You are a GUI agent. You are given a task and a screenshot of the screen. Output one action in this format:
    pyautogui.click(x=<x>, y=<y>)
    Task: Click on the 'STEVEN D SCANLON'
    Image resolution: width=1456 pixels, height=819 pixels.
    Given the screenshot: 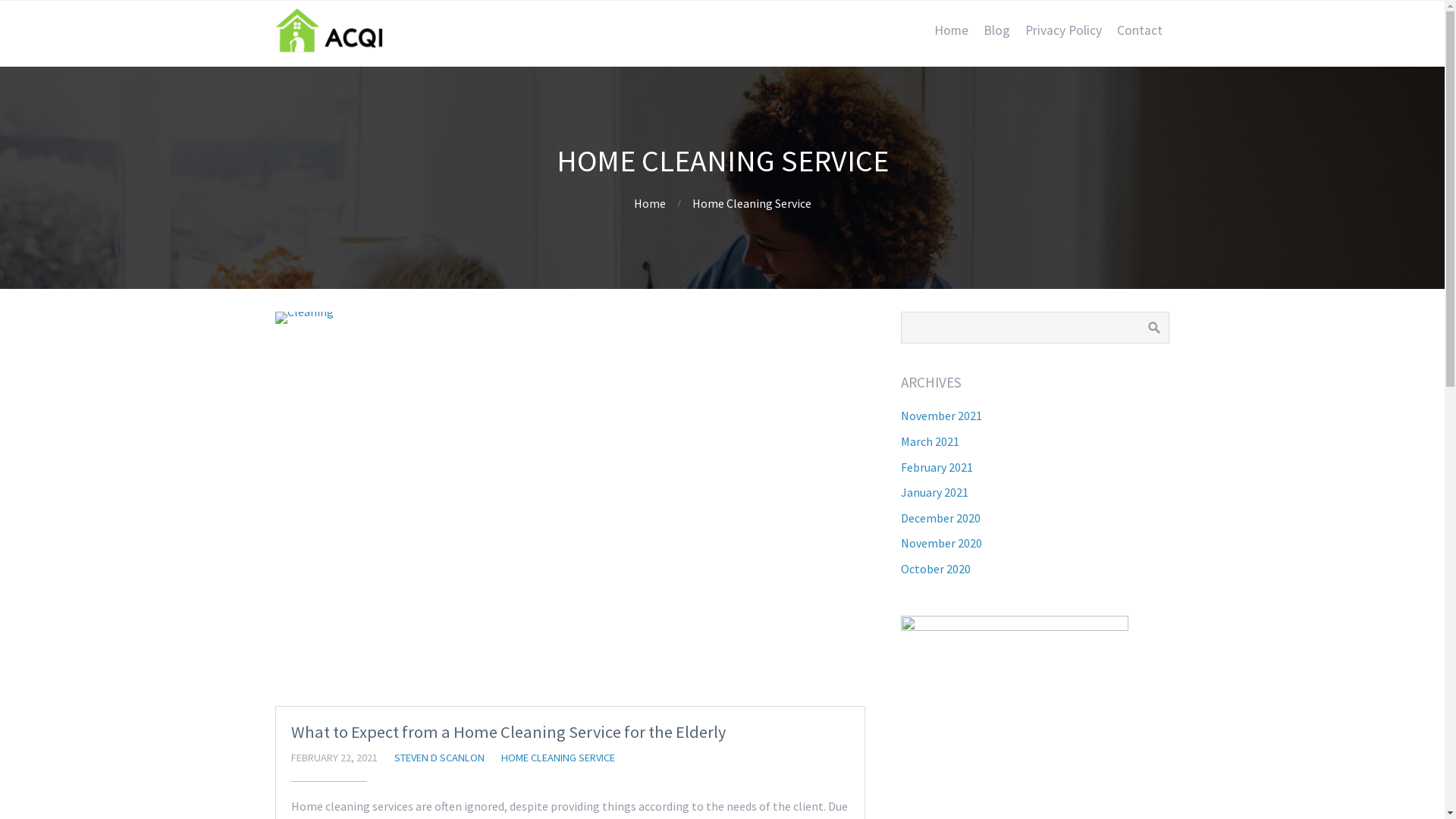 What is the action you would take?
    pyautogui.click(x=438, y=758)
    